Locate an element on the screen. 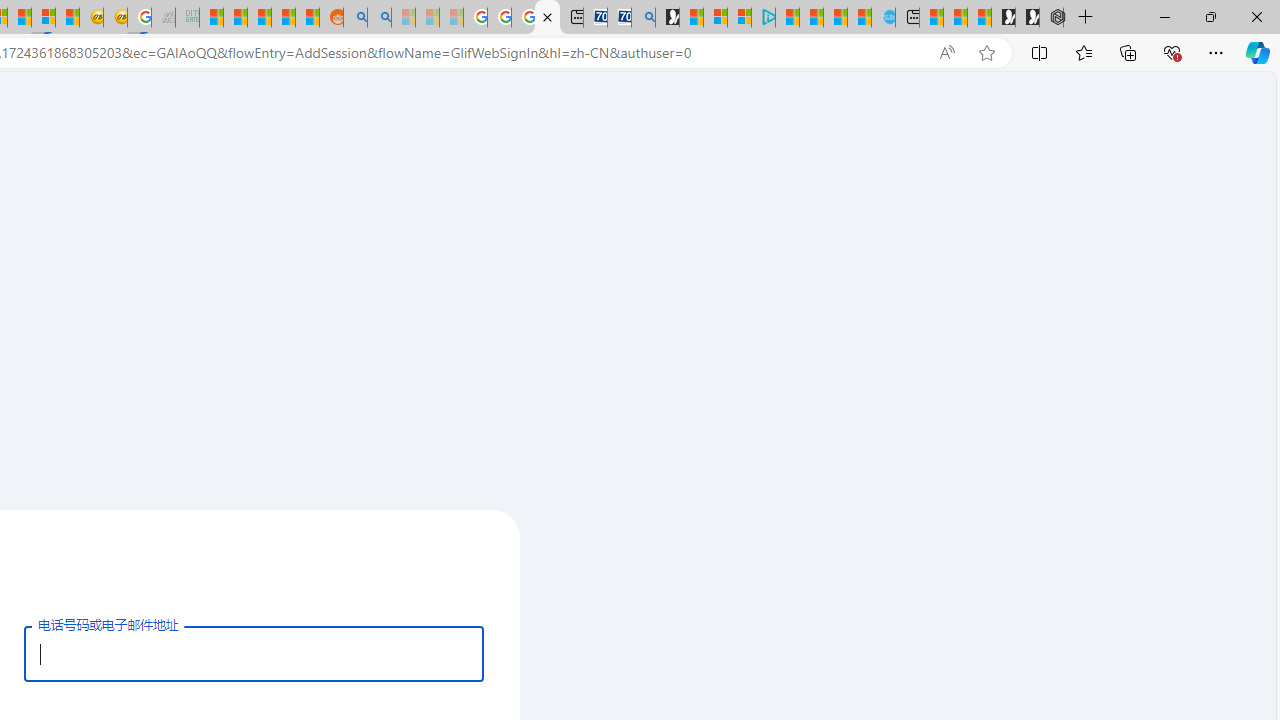  'Bing Real Estate - Home sales and rental listings' is located at coordinates (643, 17).